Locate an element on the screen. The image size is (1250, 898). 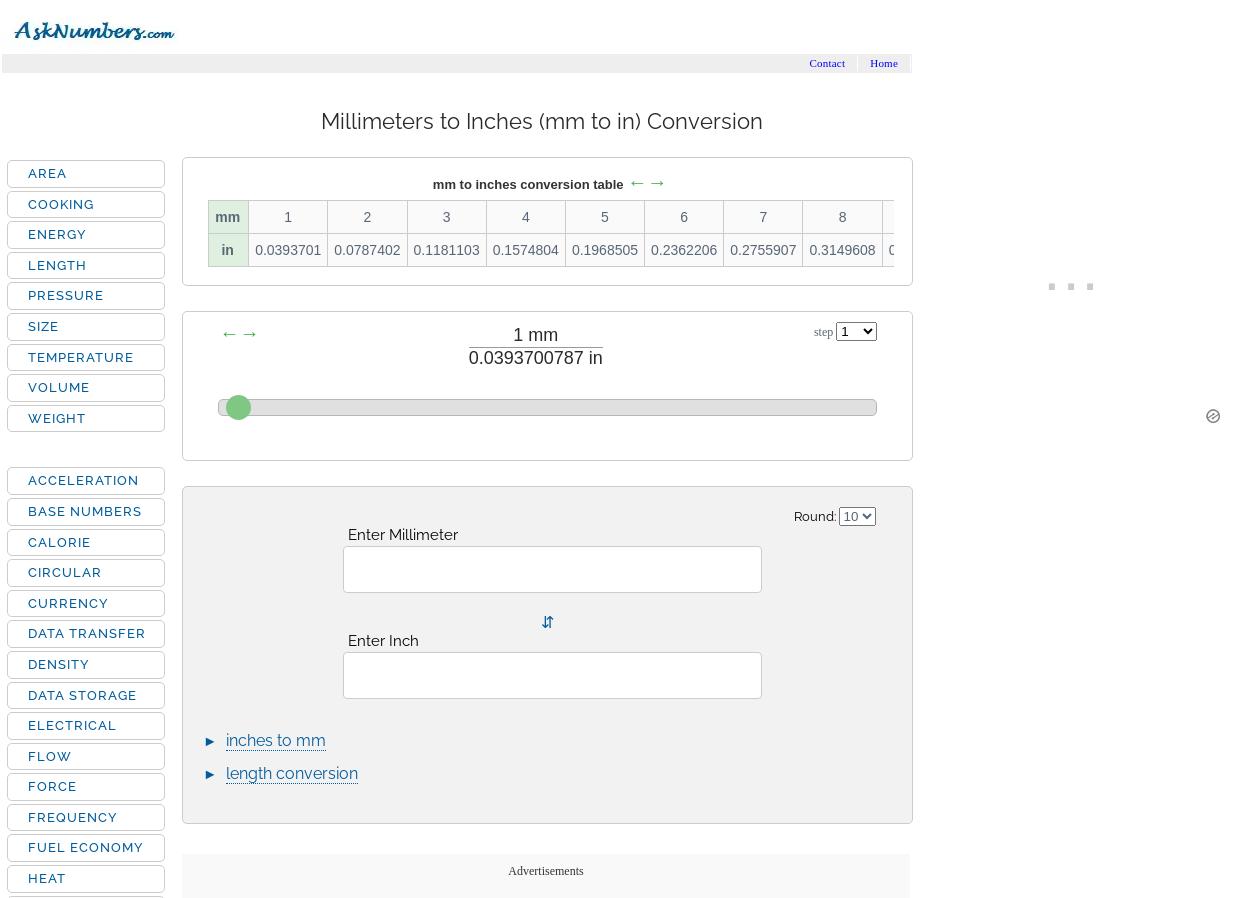
'ENERGY' is located at coordinates (57, 234).